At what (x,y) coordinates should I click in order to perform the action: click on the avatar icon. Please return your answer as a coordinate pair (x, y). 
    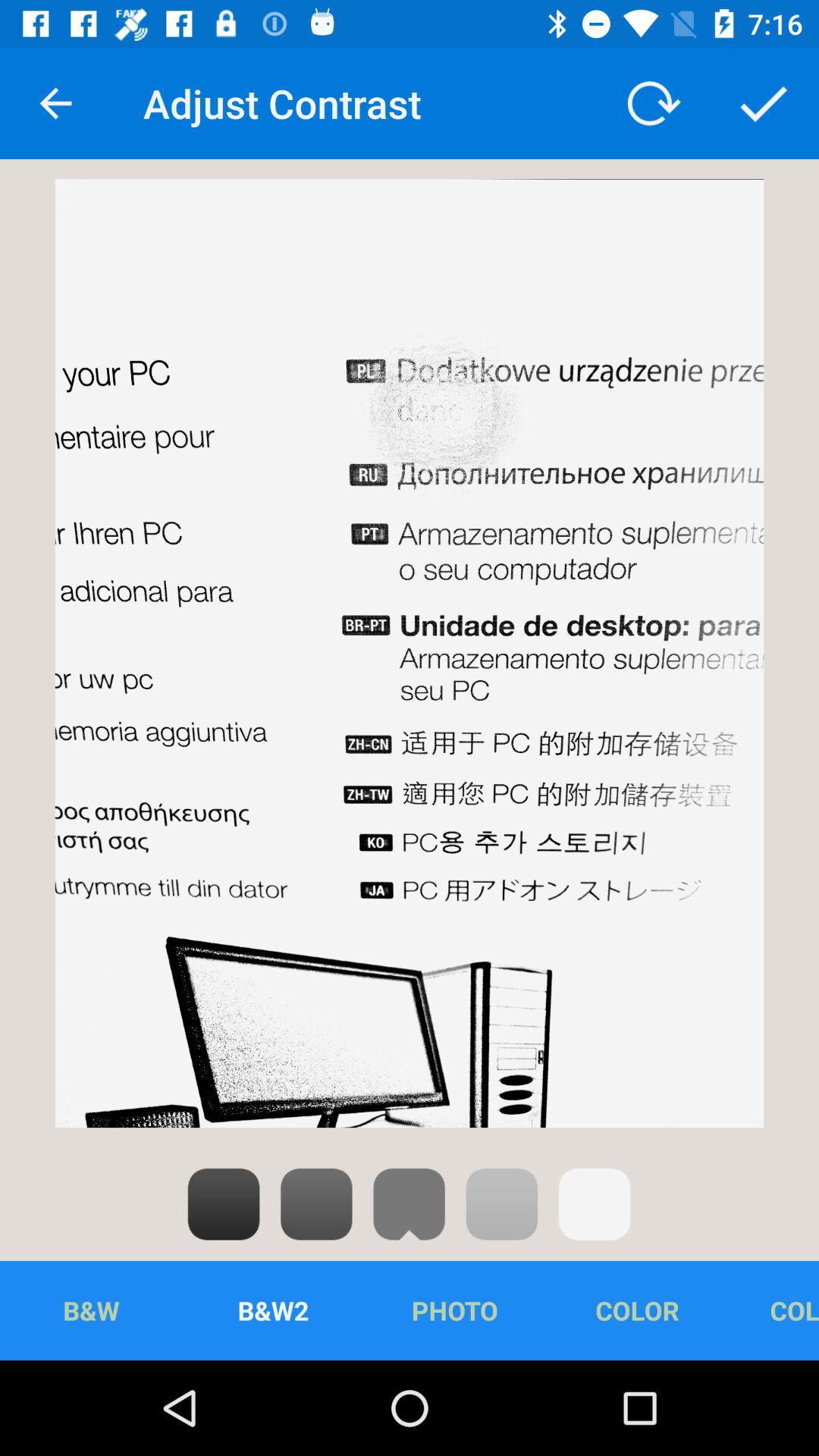
    Looking at the image, I should click on (408, 1203).